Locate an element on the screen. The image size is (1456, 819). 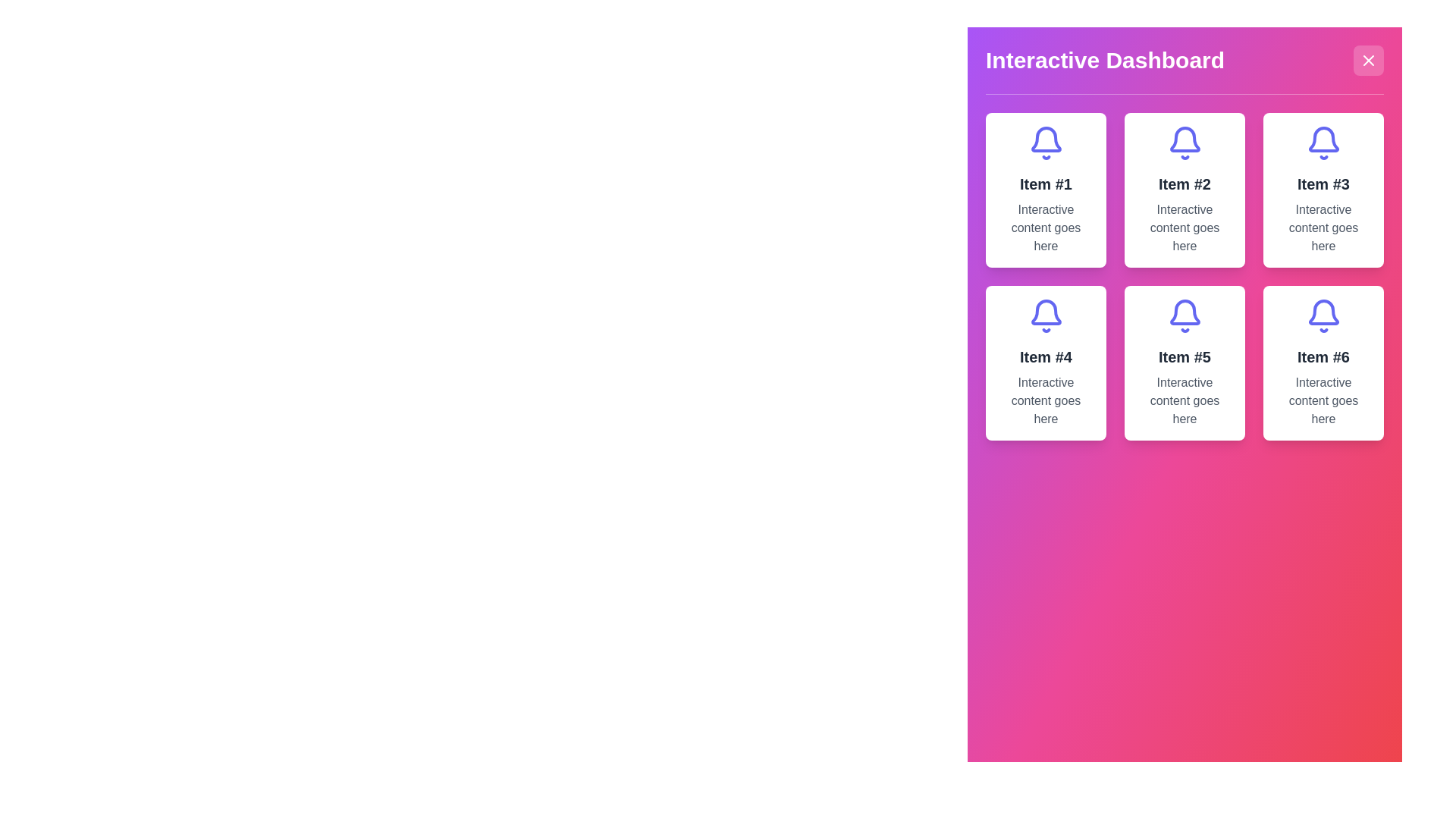
the text label displaying 'Item #4', which is styled in gray and positioned is located at coordinates (1045, 356).